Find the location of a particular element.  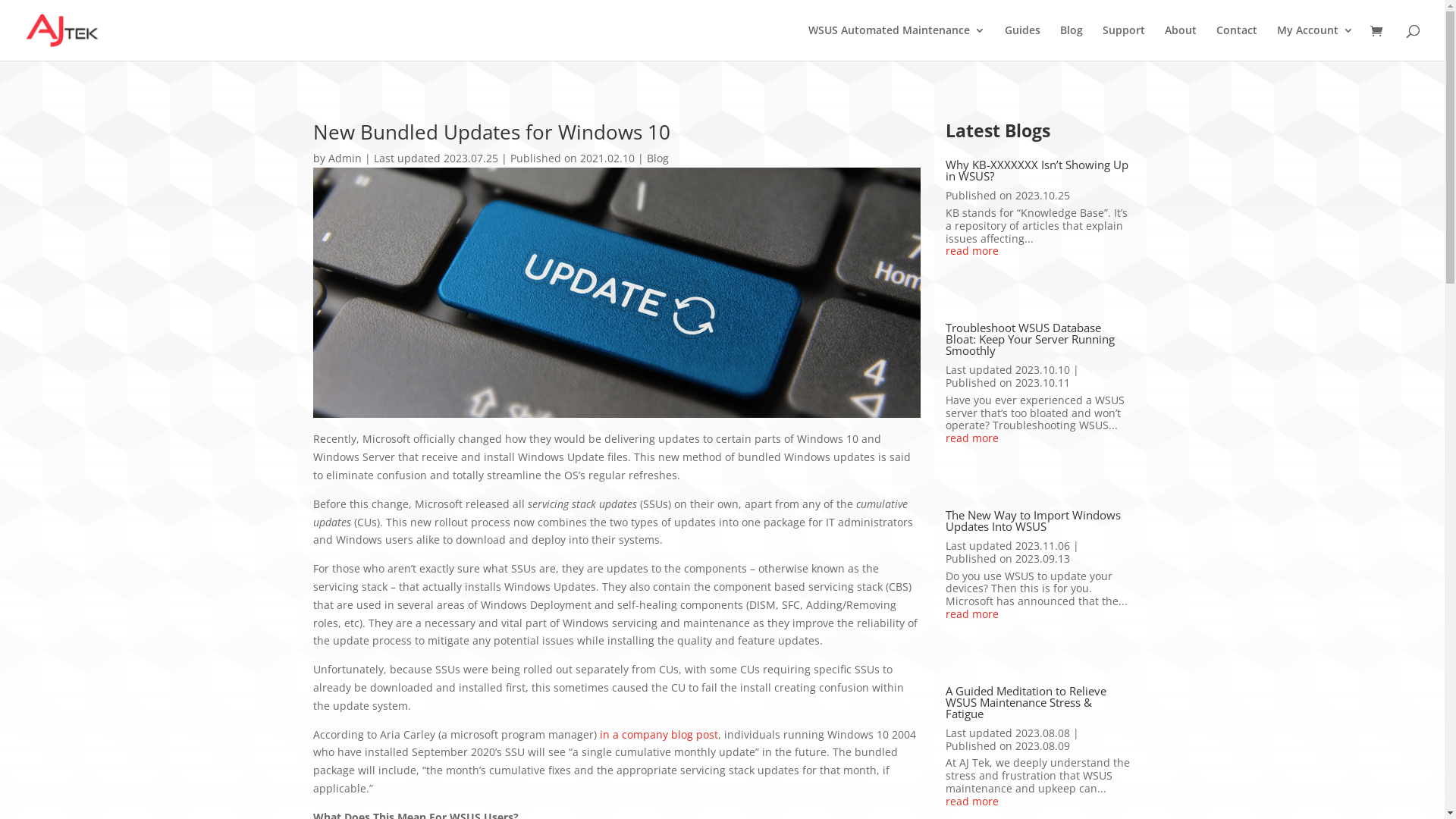

'word-image' is located at coordinates (616, 292).